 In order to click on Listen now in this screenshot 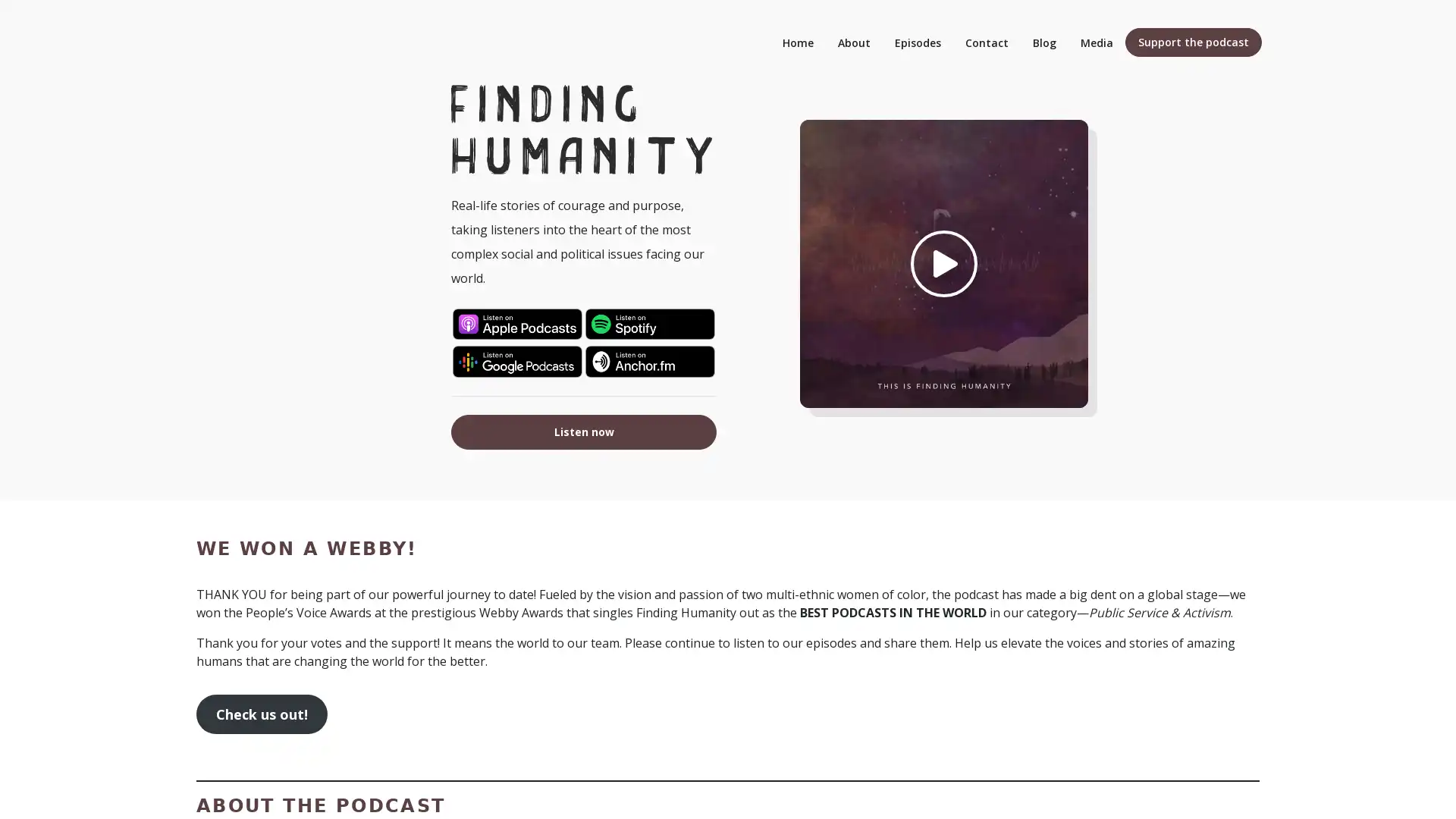, I will do `click(582, 431)`.